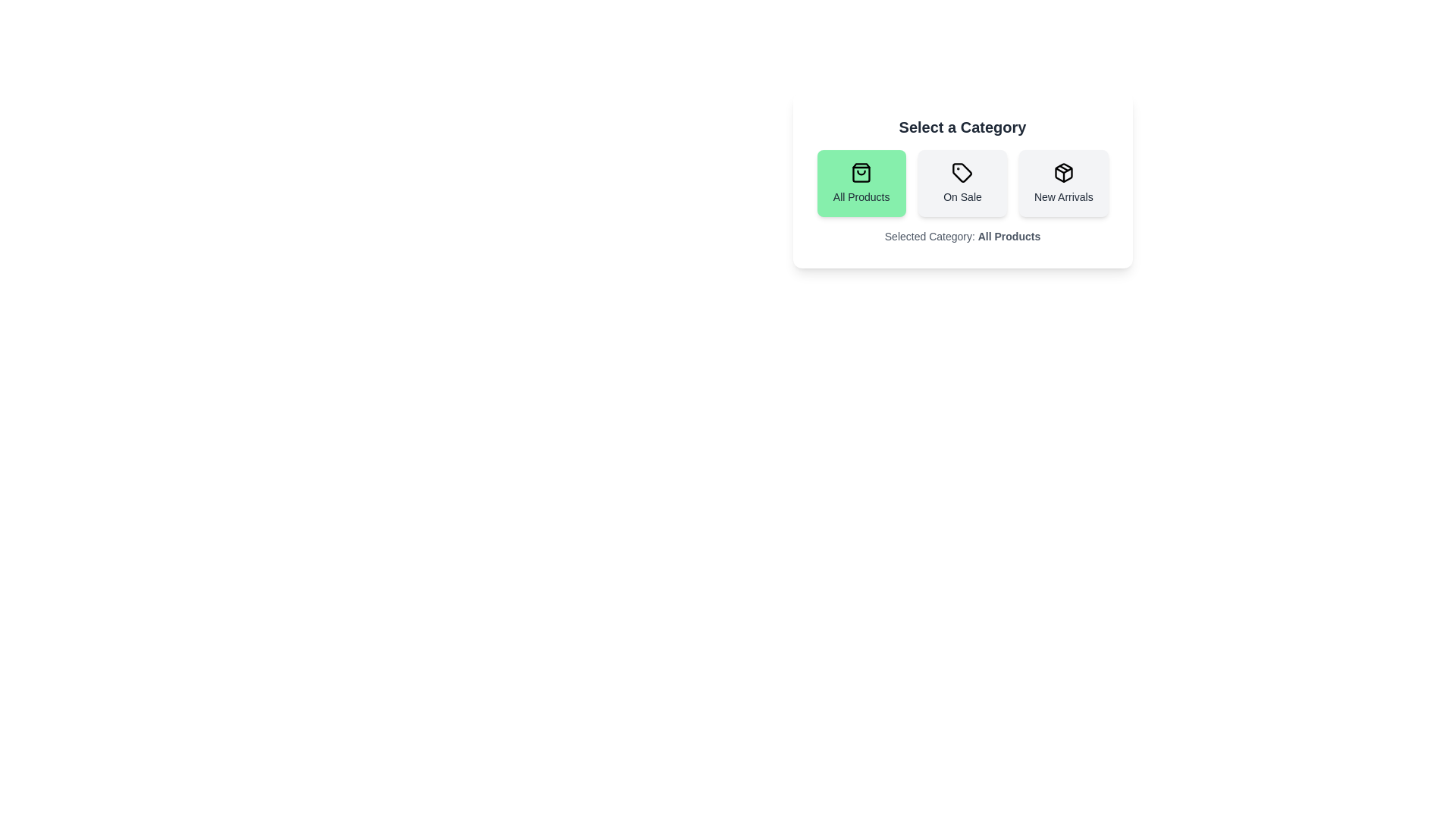 This screenshot has width=1456, height=819. Describe the element at coordinates (861, 183) in the screenshot. I see `the category button labeled All Products` at that location.